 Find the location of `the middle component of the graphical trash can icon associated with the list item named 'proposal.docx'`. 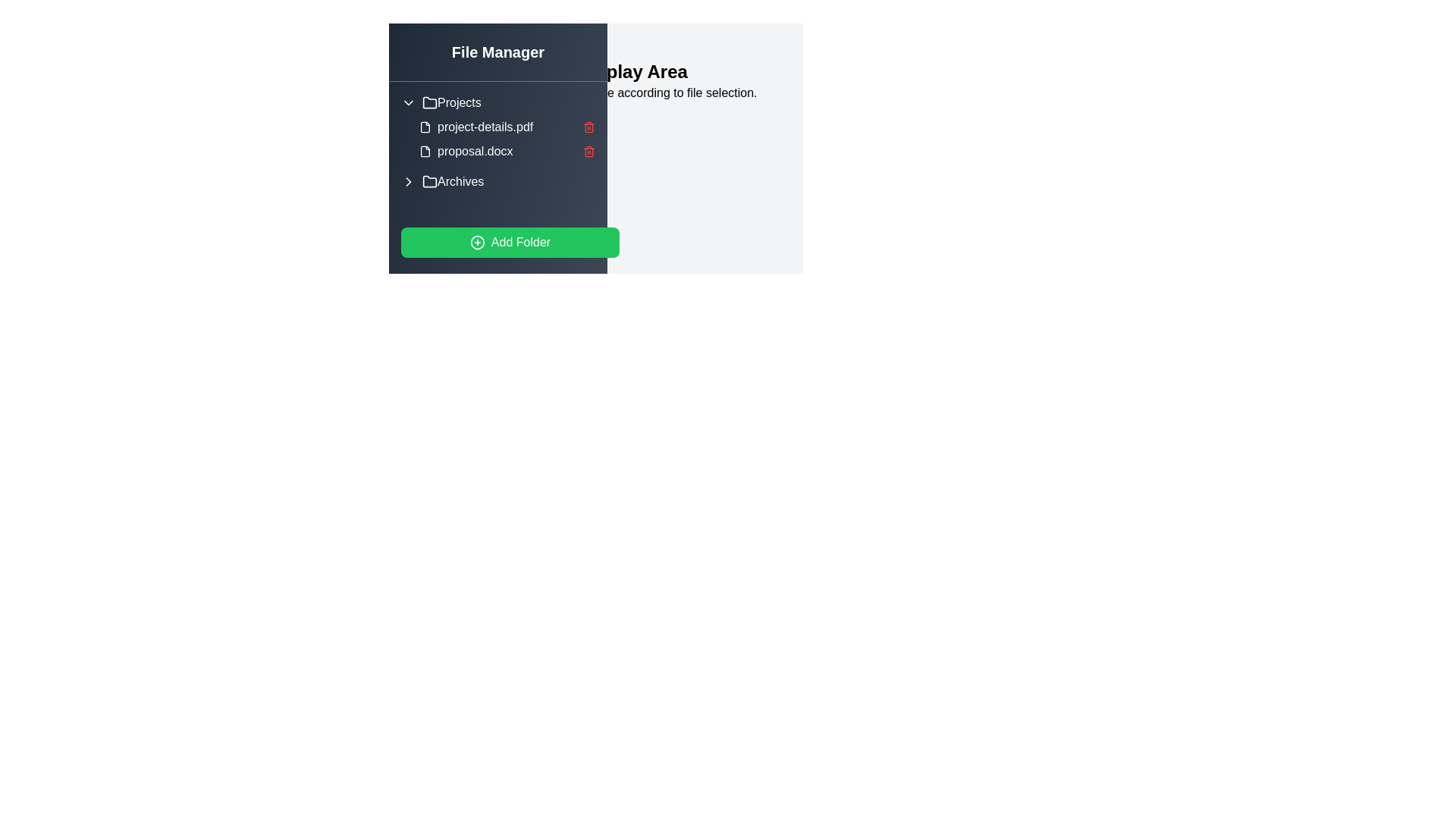

the middle component of the graphical trash can icon associated with the list item named 'proposal.docx' is located at coordinates (588, 127).